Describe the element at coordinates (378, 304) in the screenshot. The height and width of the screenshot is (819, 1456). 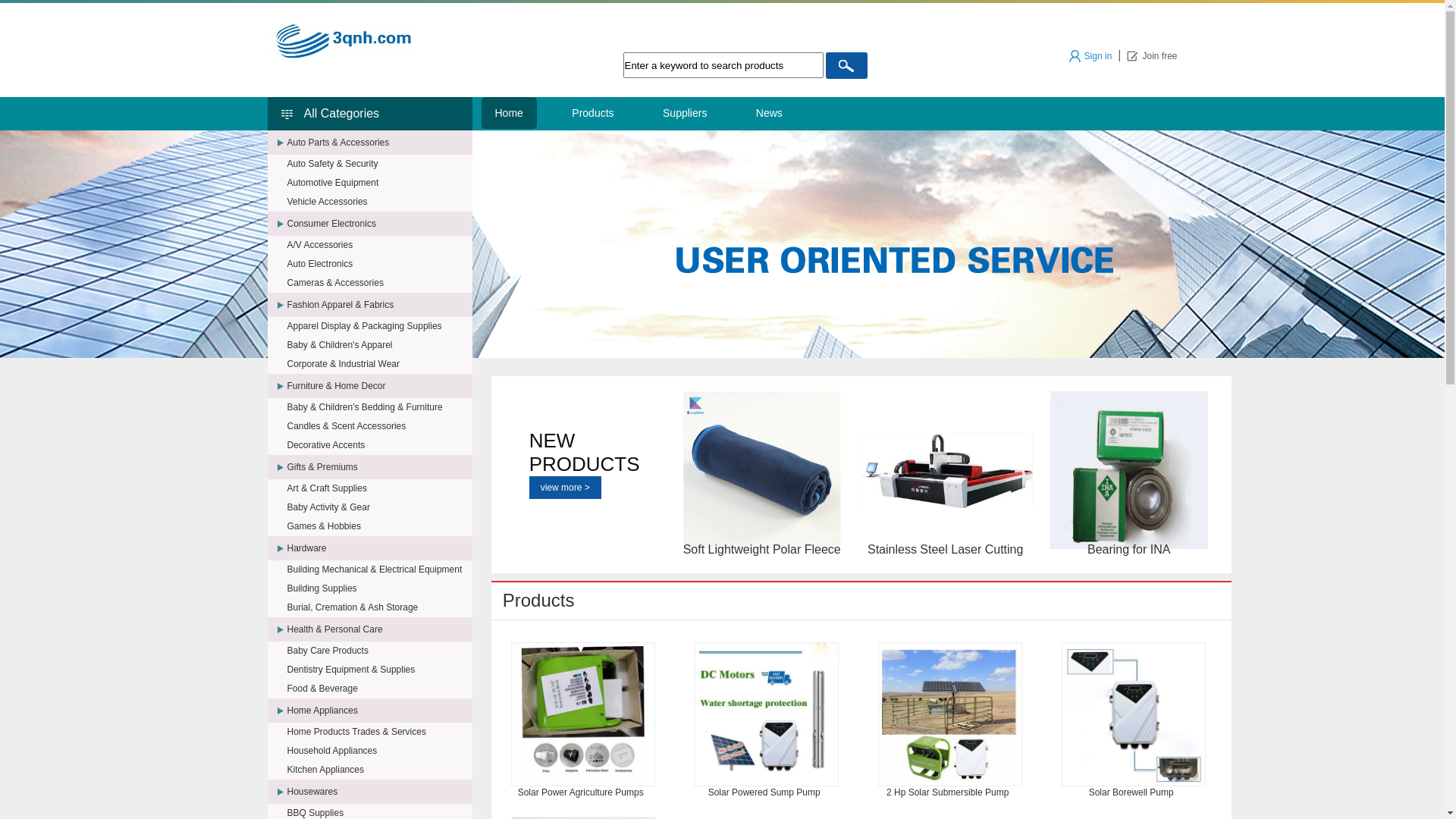
I see `'Fashion Apparel & Fabrics'` at that location.